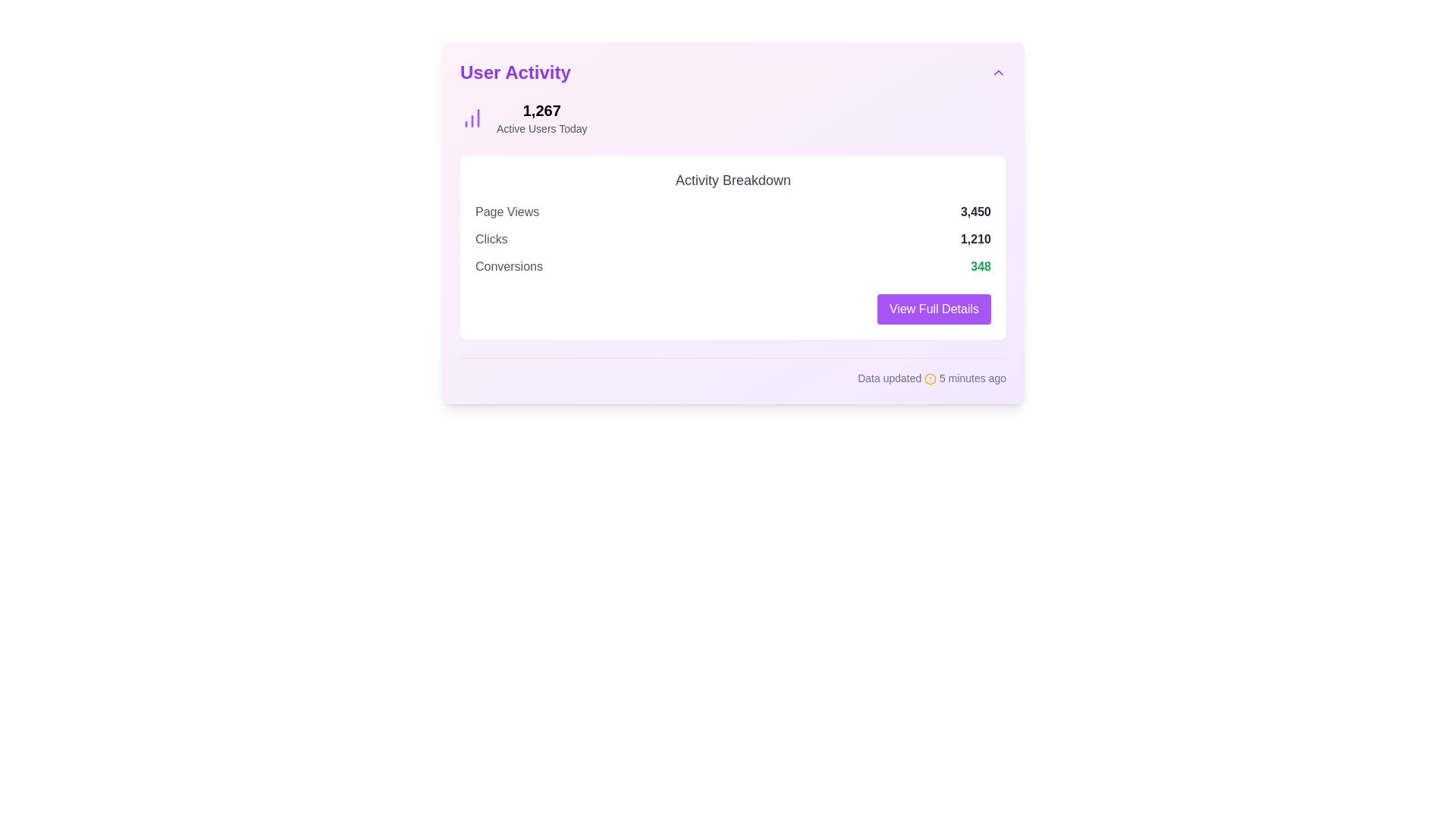 The width and height of the screenshot is (1456, 819). What do you see at coordinates (975, 239) in the screenshot?
I see `the Text Label displaying '1,210' in bold dark gray color, which is located in the Activity Breakdown section next to 'Clicks'` at bounding box center [975, 239].